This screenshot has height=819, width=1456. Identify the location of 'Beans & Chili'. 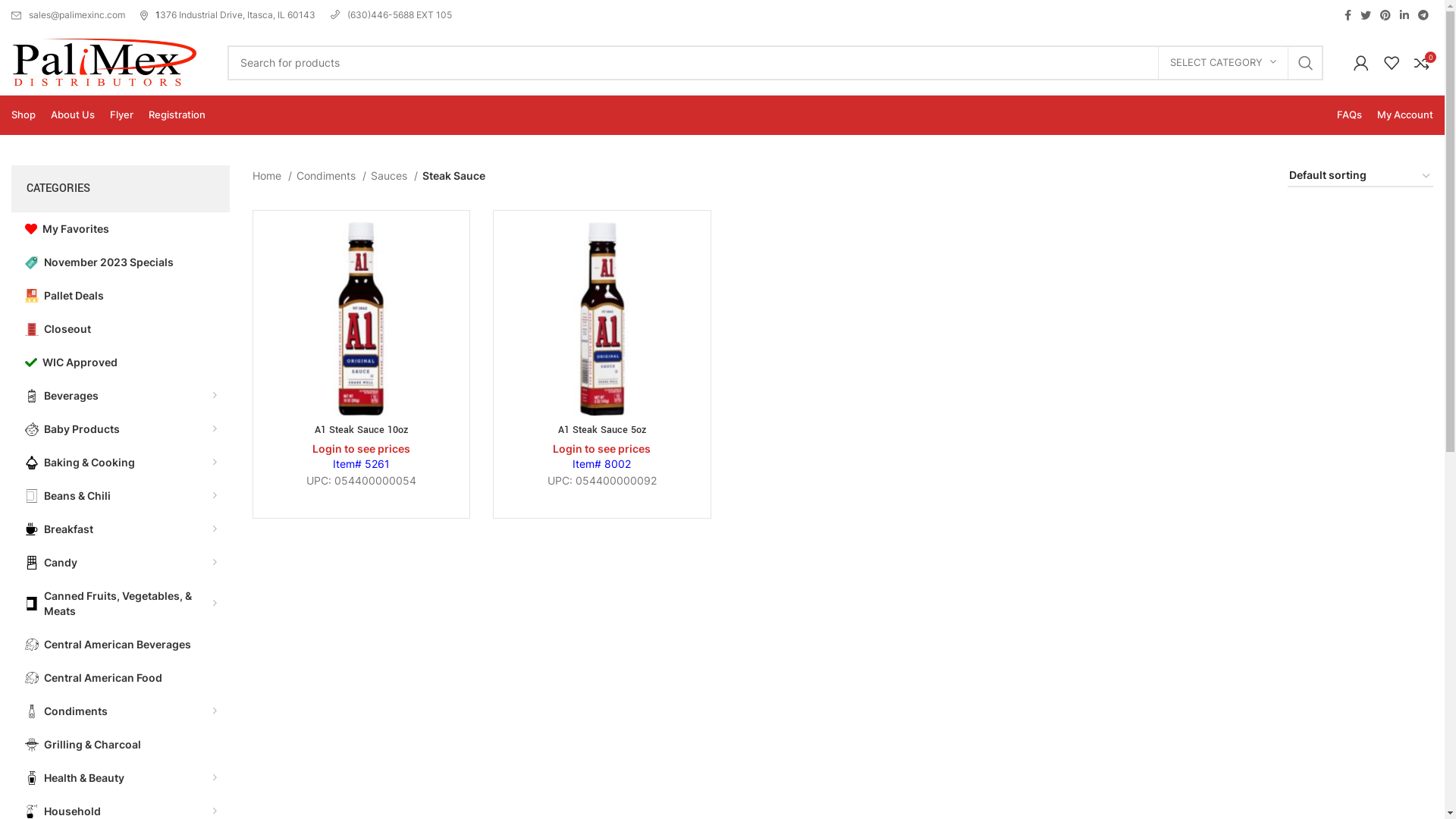
(119, 496).